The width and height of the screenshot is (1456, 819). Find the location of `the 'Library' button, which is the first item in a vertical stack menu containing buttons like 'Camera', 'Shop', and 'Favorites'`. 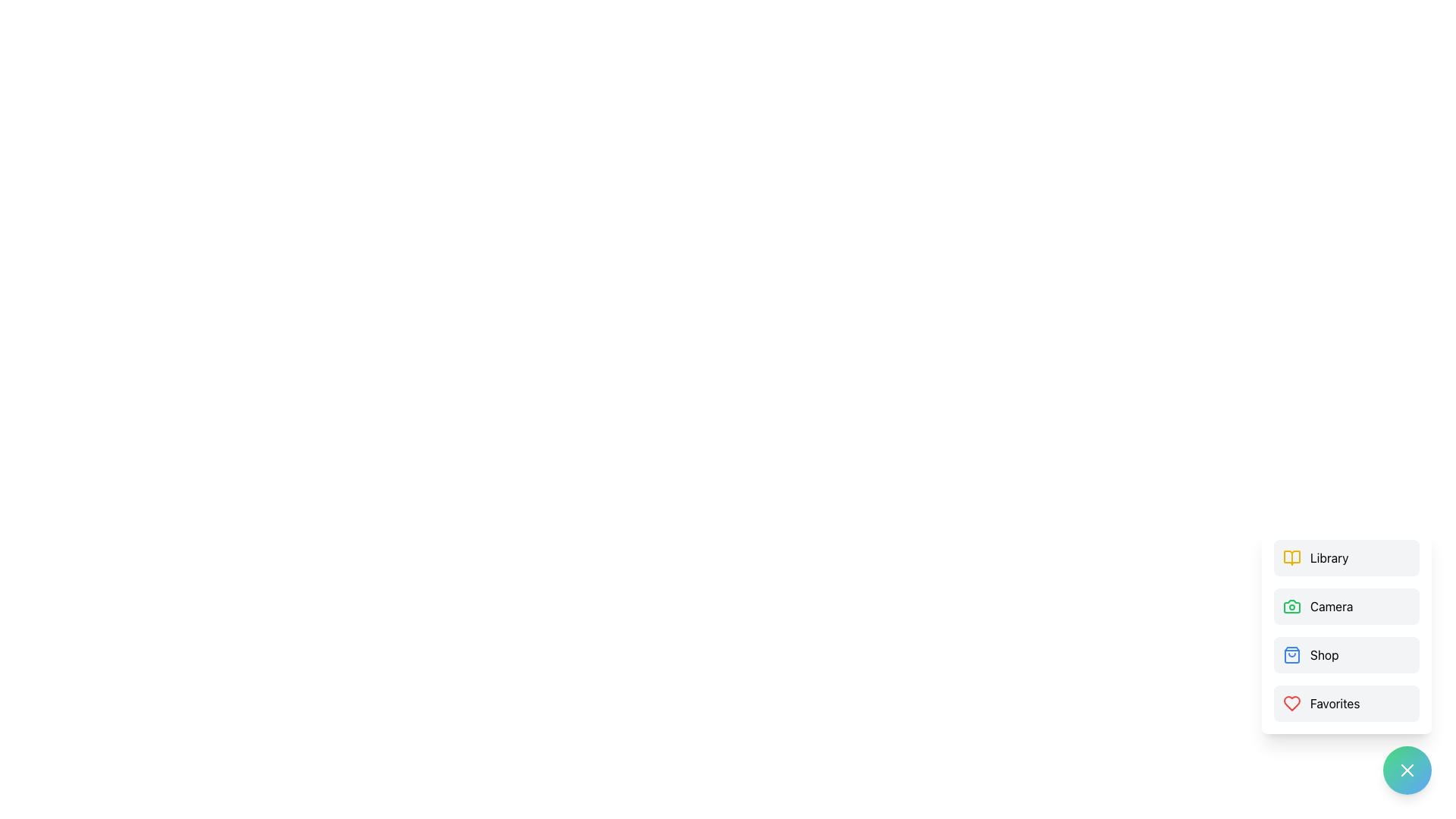

the 'Library' button, which is the first item in a vertical stack menu containing buttons like 'Camera', 'Shop', and 'Favorites' is located at coordinates (1347, 558).